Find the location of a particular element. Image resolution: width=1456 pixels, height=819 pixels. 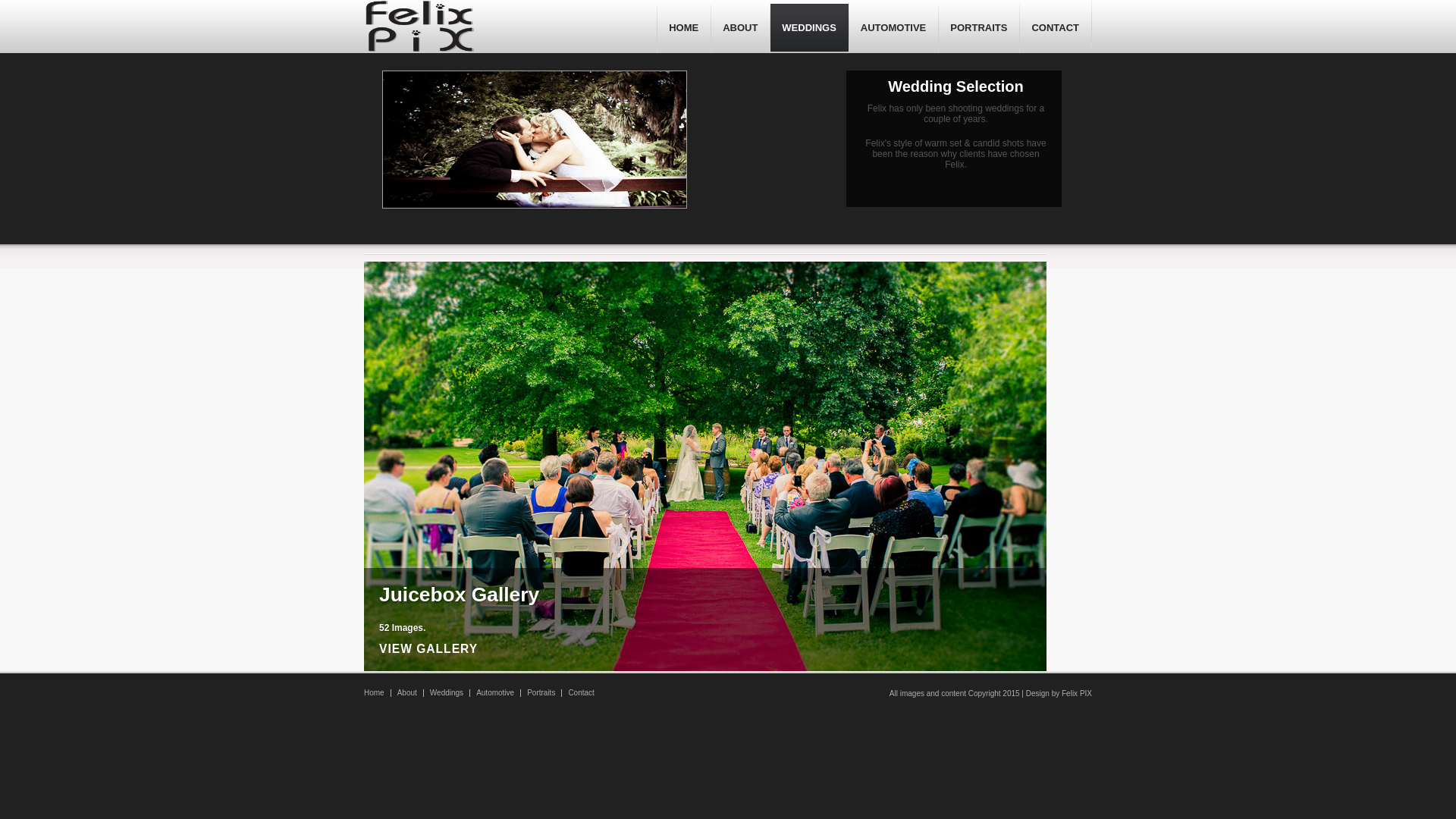

'Weddings' is located at coordinates (446, 692).